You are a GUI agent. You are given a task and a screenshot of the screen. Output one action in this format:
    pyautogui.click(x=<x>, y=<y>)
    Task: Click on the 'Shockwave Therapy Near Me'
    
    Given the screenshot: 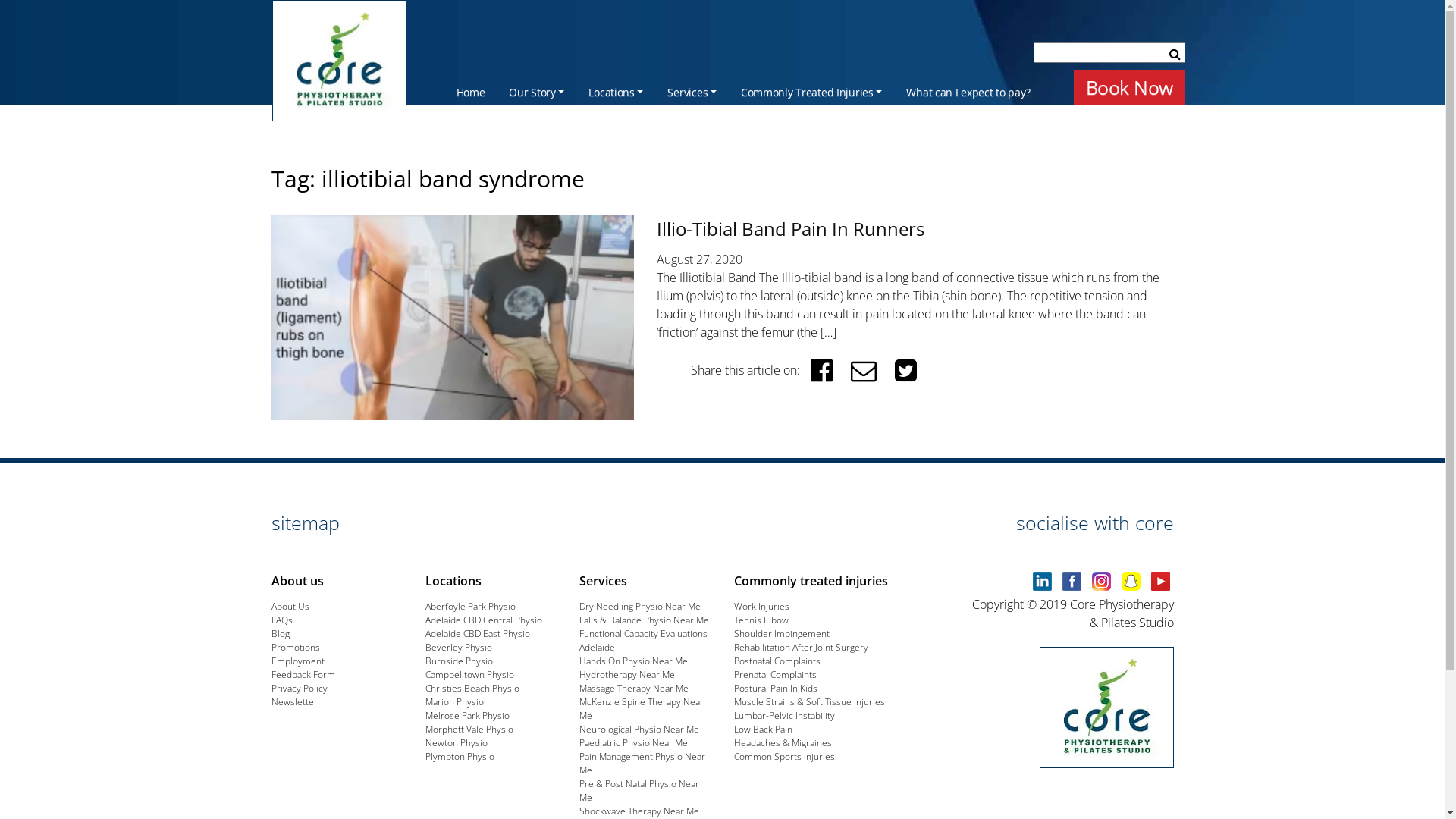 What is the action you would take?
    pyautogui.click(x=639, y=810)
    